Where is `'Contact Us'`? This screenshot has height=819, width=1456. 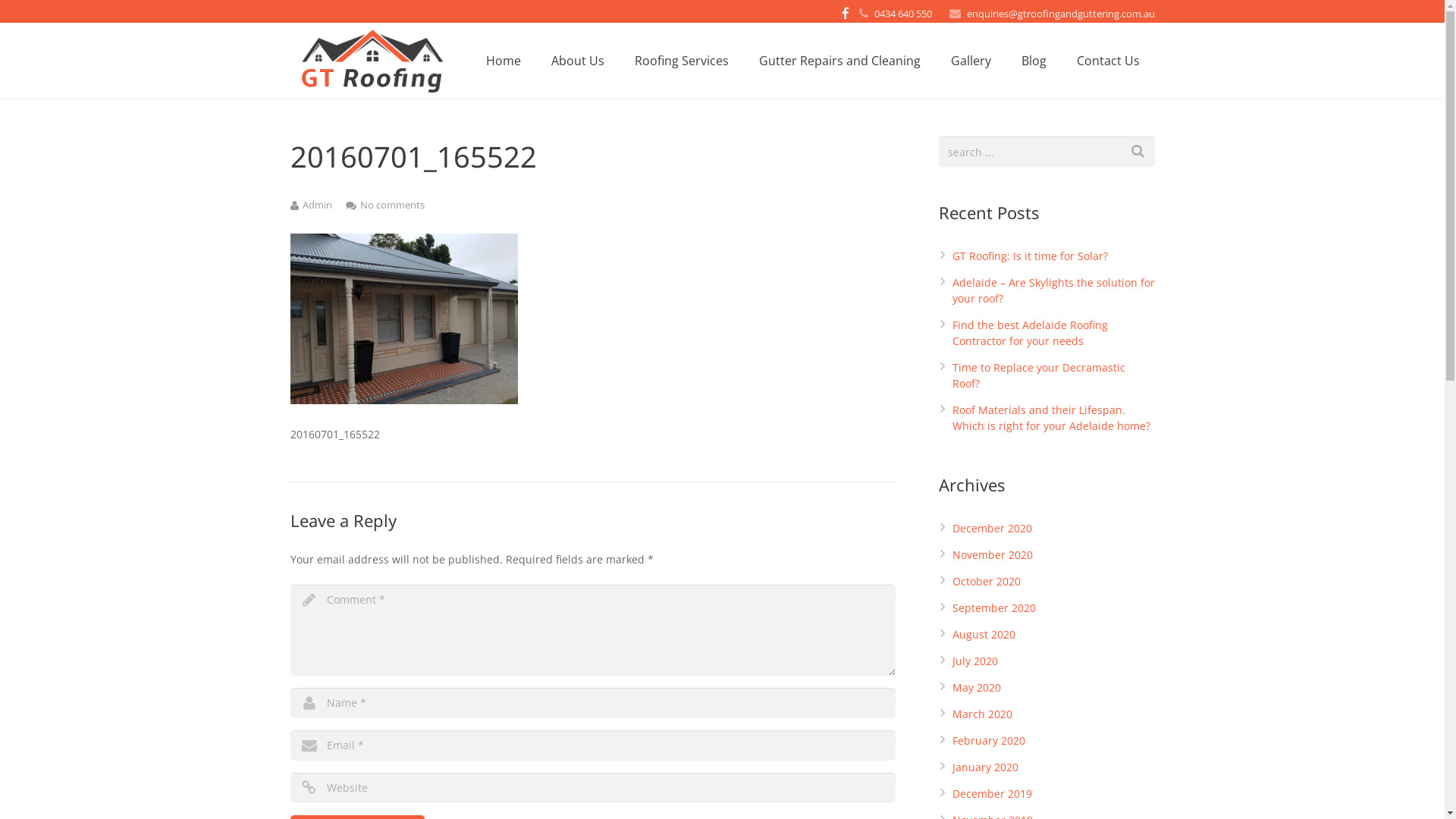
'Contact Us' is located at coordinates (1108, 60).